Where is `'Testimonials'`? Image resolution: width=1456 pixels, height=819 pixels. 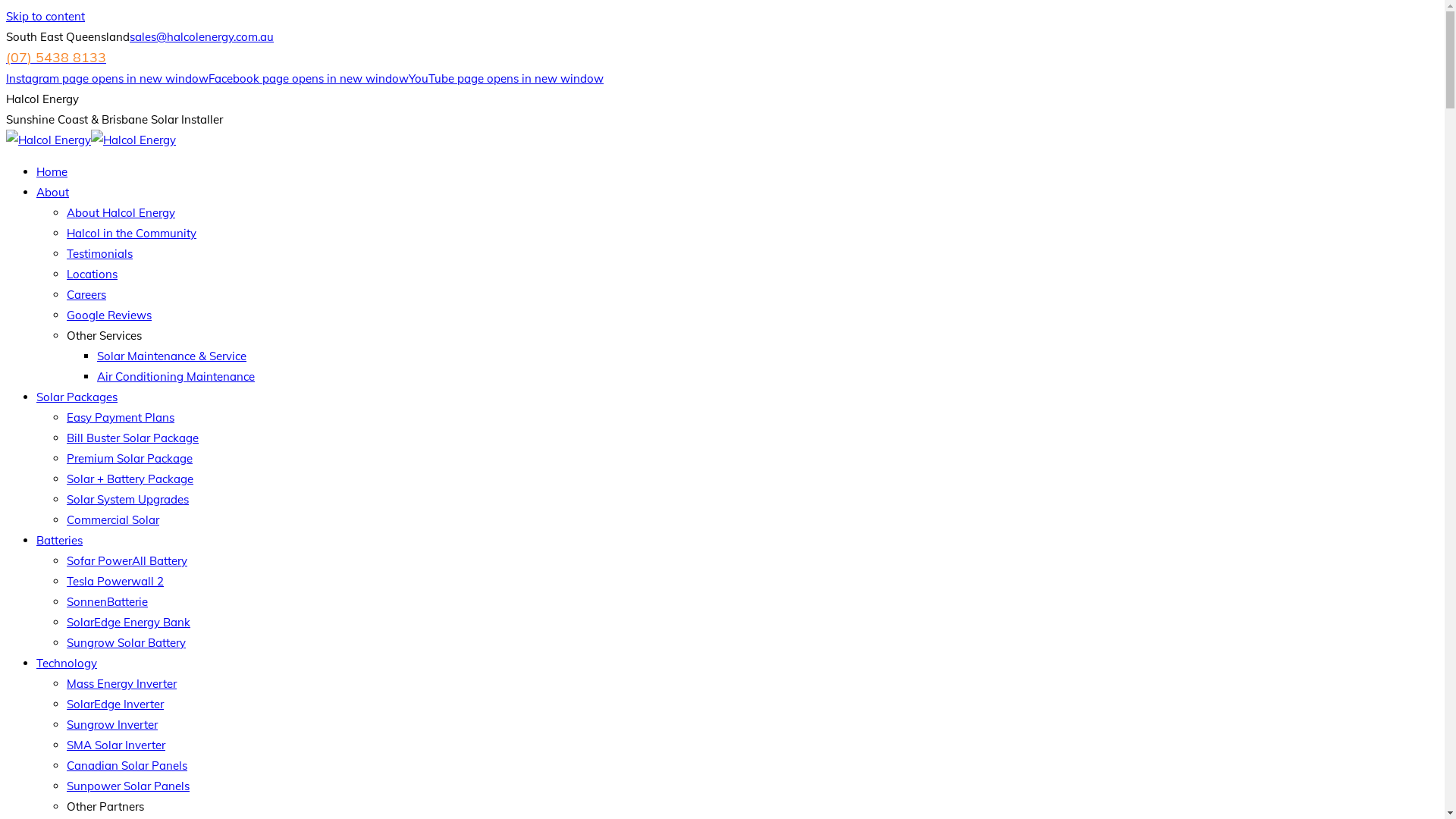
'Testimonials' is located at coordinates (99, 253).